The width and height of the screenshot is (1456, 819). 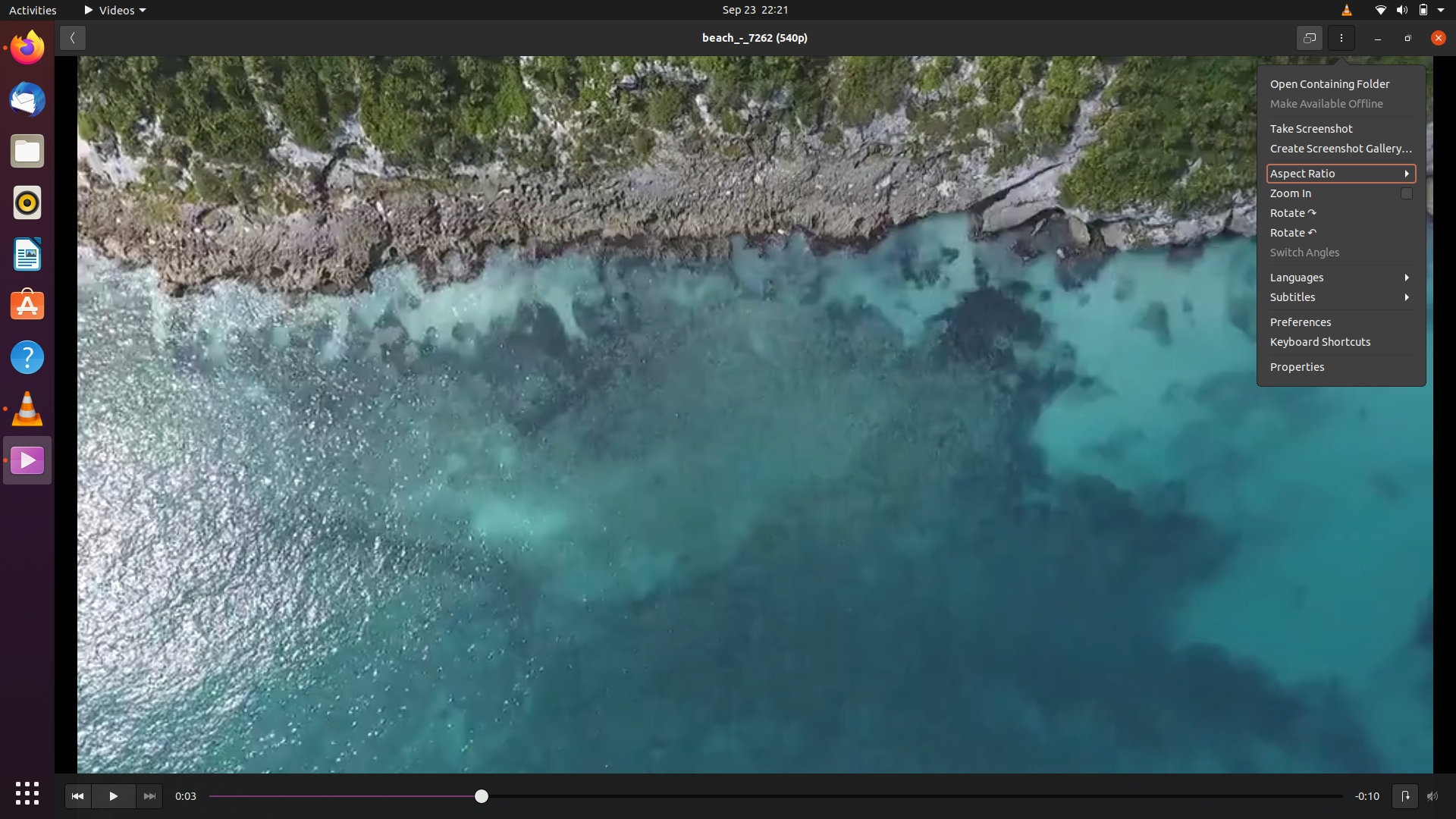 I want to click on Switch the subtitle language to the next one from the drop down, so click(x=1343, y=297).